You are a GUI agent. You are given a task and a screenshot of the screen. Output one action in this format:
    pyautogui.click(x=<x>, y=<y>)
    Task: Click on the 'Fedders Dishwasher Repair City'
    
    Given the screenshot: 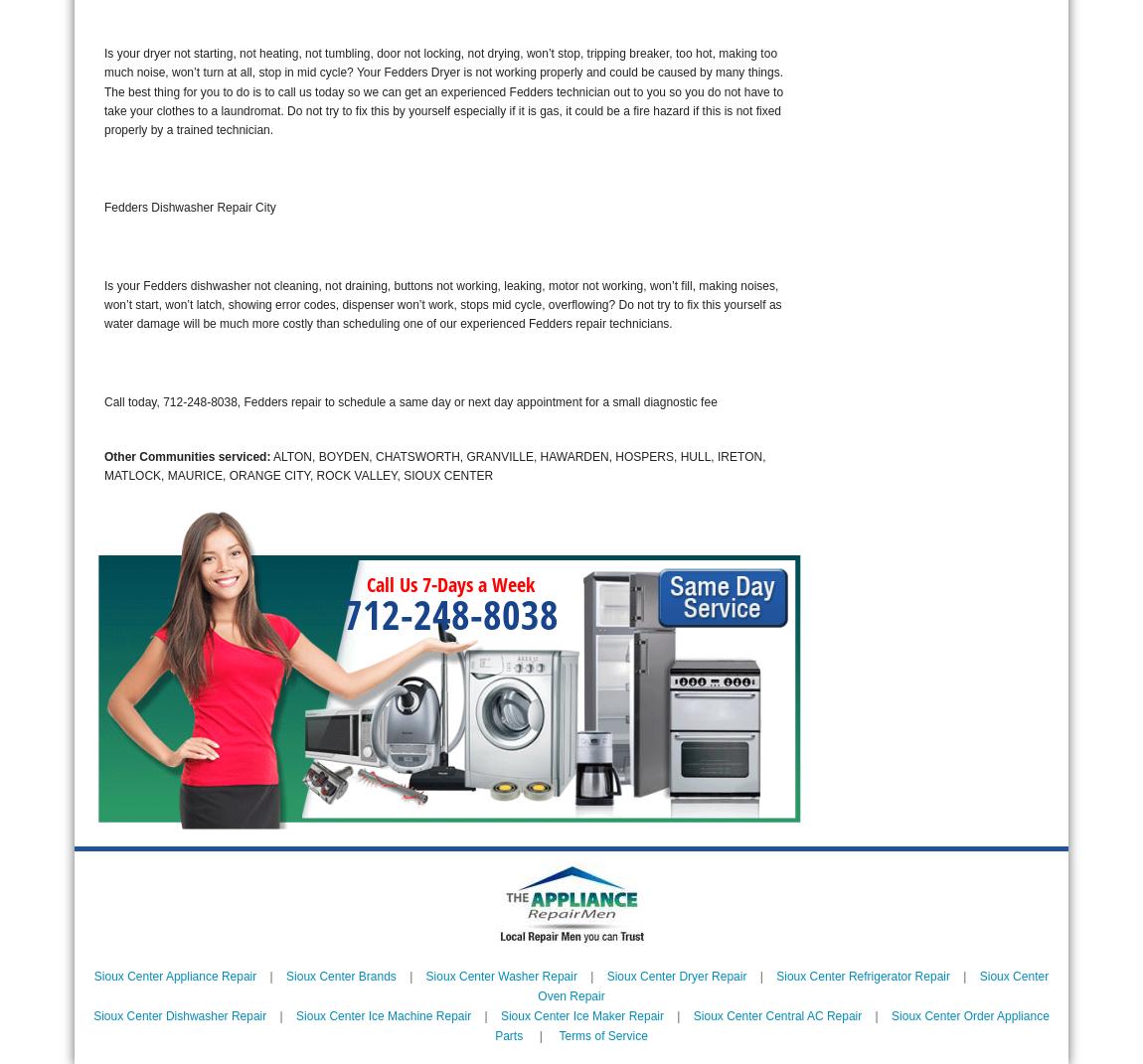 What is the action you would take?
    pyautogui.click(x=189, y=206)
    